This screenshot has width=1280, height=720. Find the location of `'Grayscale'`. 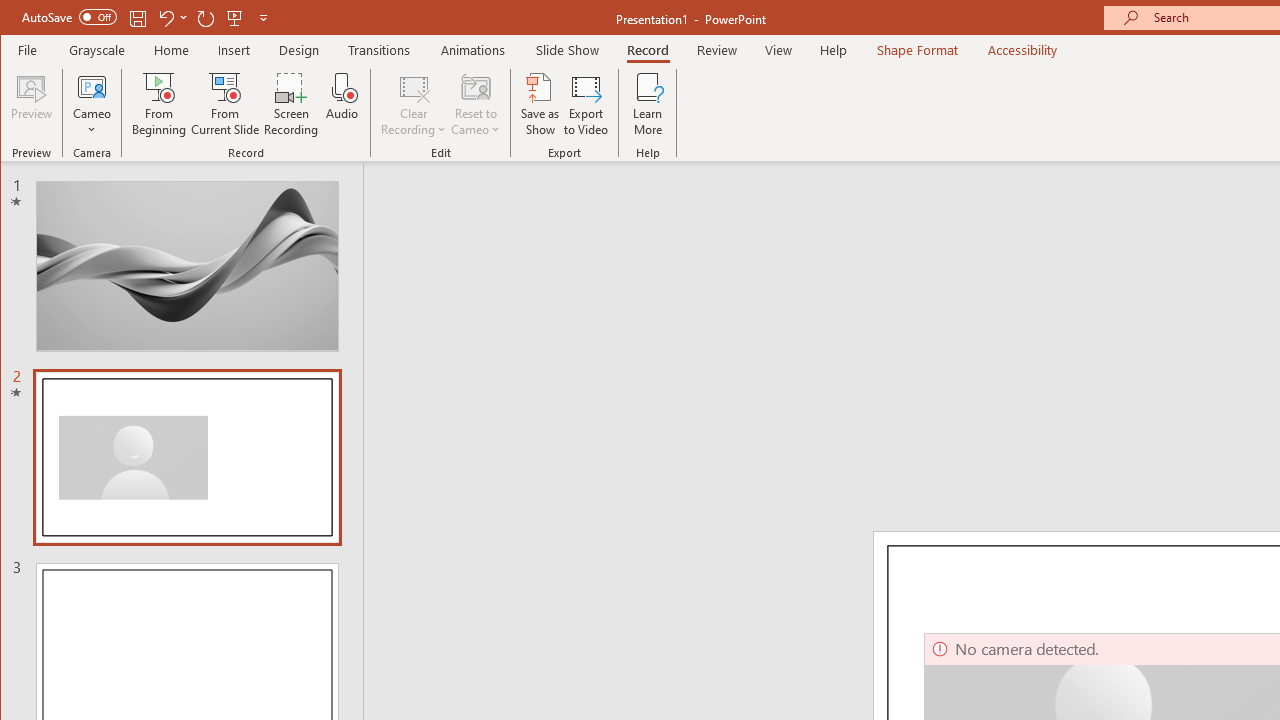

'Grayscale' is located at coordinates (96, 49).